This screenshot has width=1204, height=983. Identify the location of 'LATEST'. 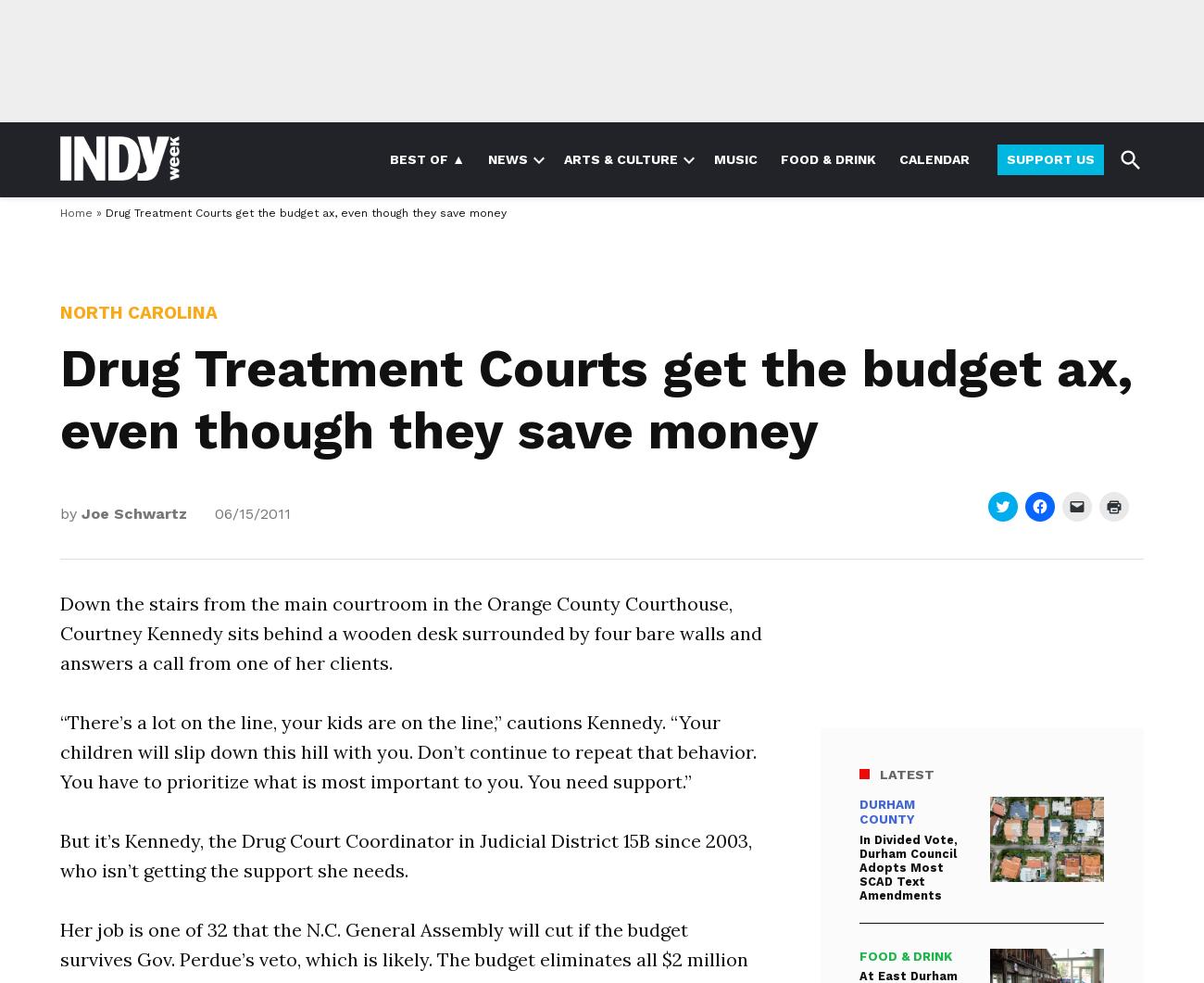
(906, 774).